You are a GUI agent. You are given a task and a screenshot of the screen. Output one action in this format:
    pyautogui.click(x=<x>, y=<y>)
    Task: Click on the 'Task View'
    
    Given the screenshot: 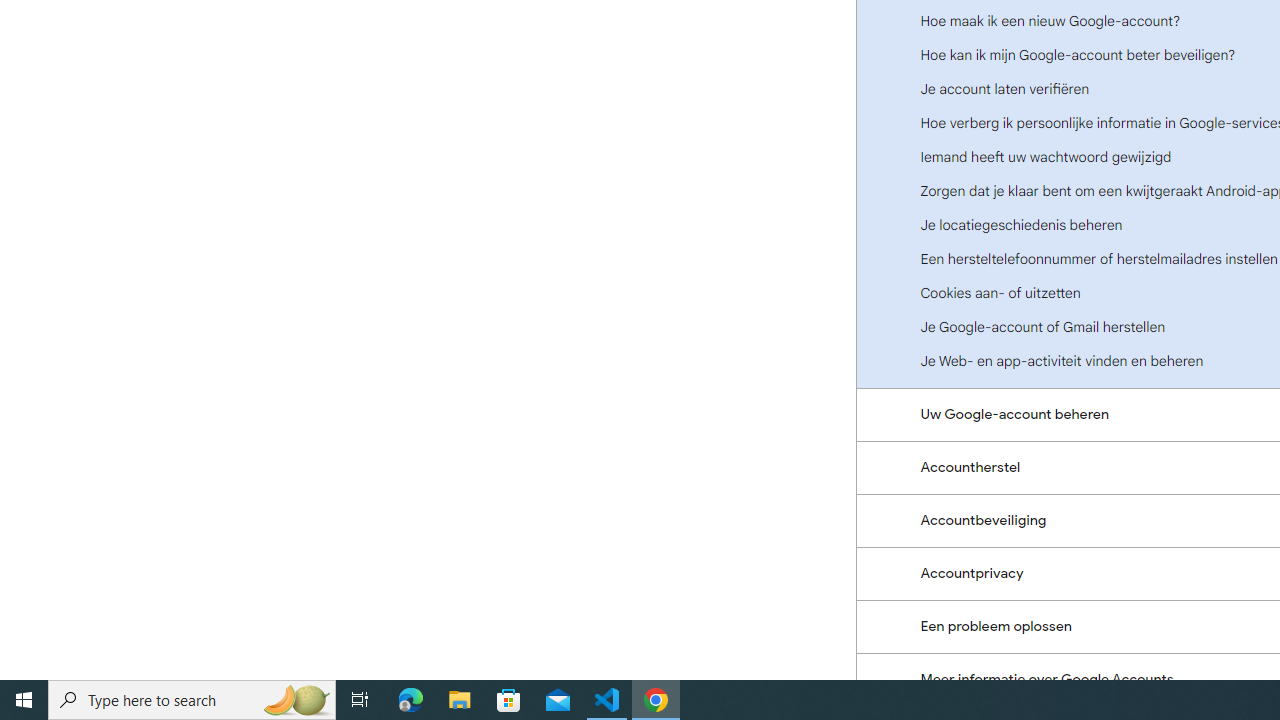 What is the action you would take?
    pyautogui.click(x=359, y=698)
    